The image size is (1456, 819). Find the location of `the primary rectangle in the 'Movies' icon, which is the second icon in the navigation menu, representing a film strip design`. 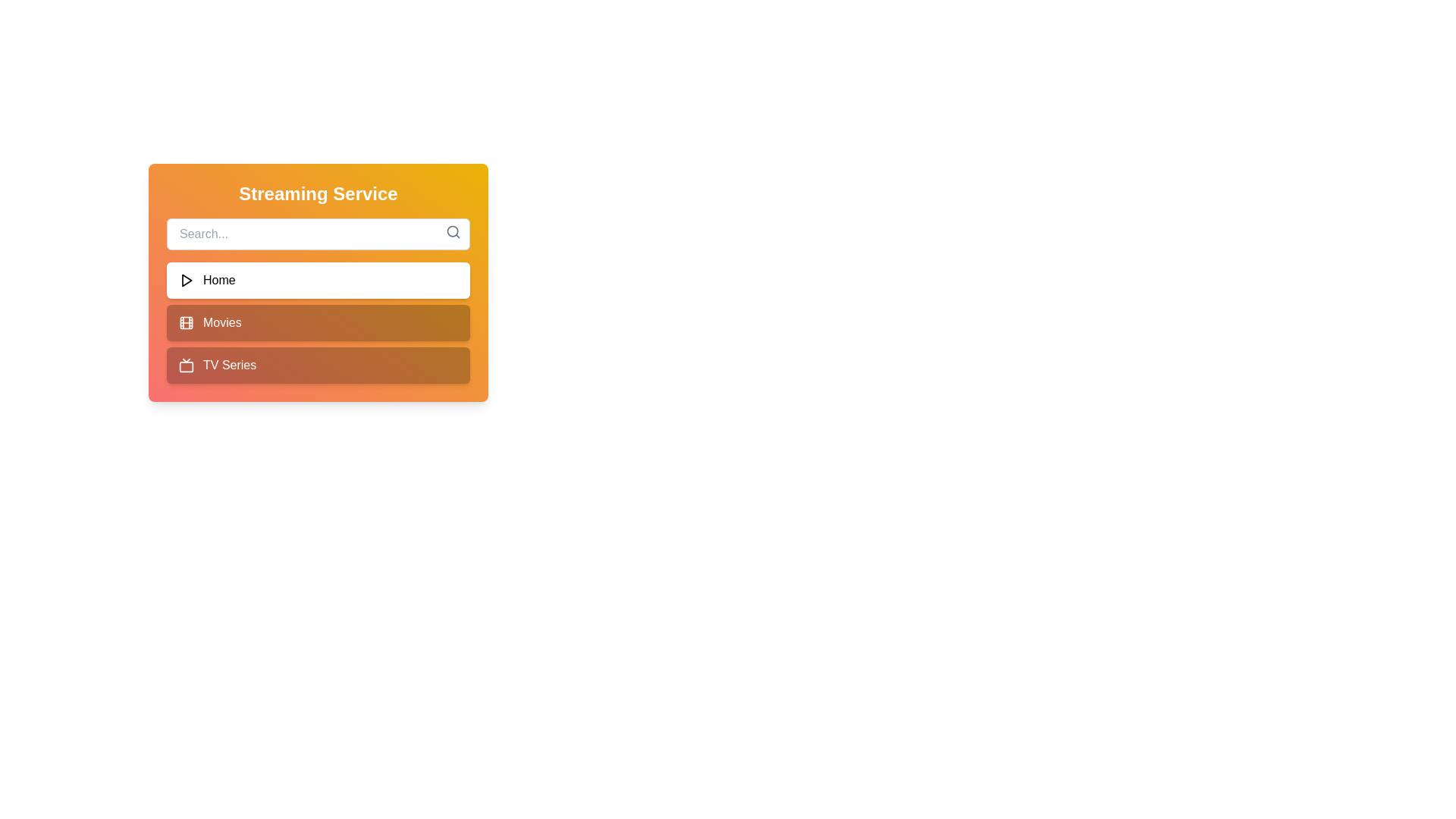

the primary rectangle in the 'Movies' icon, which is the second icon in the navigation menu, representing a film strip design is located at coordinates (185, 322).